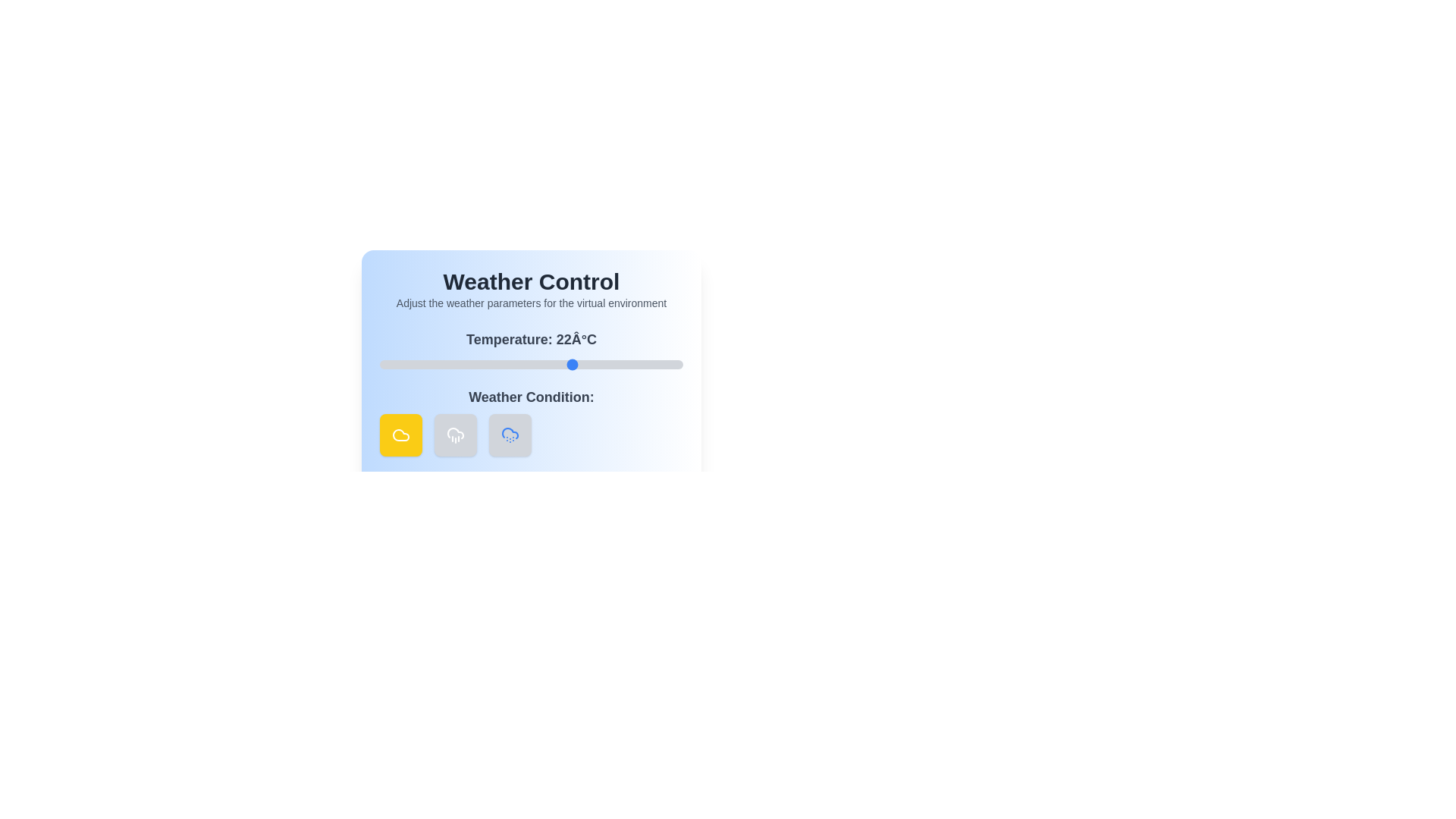 The width and height of the screenshot is (1456, 819). I want to click on the temperature slider to 3 degrees, so click(457, 365).